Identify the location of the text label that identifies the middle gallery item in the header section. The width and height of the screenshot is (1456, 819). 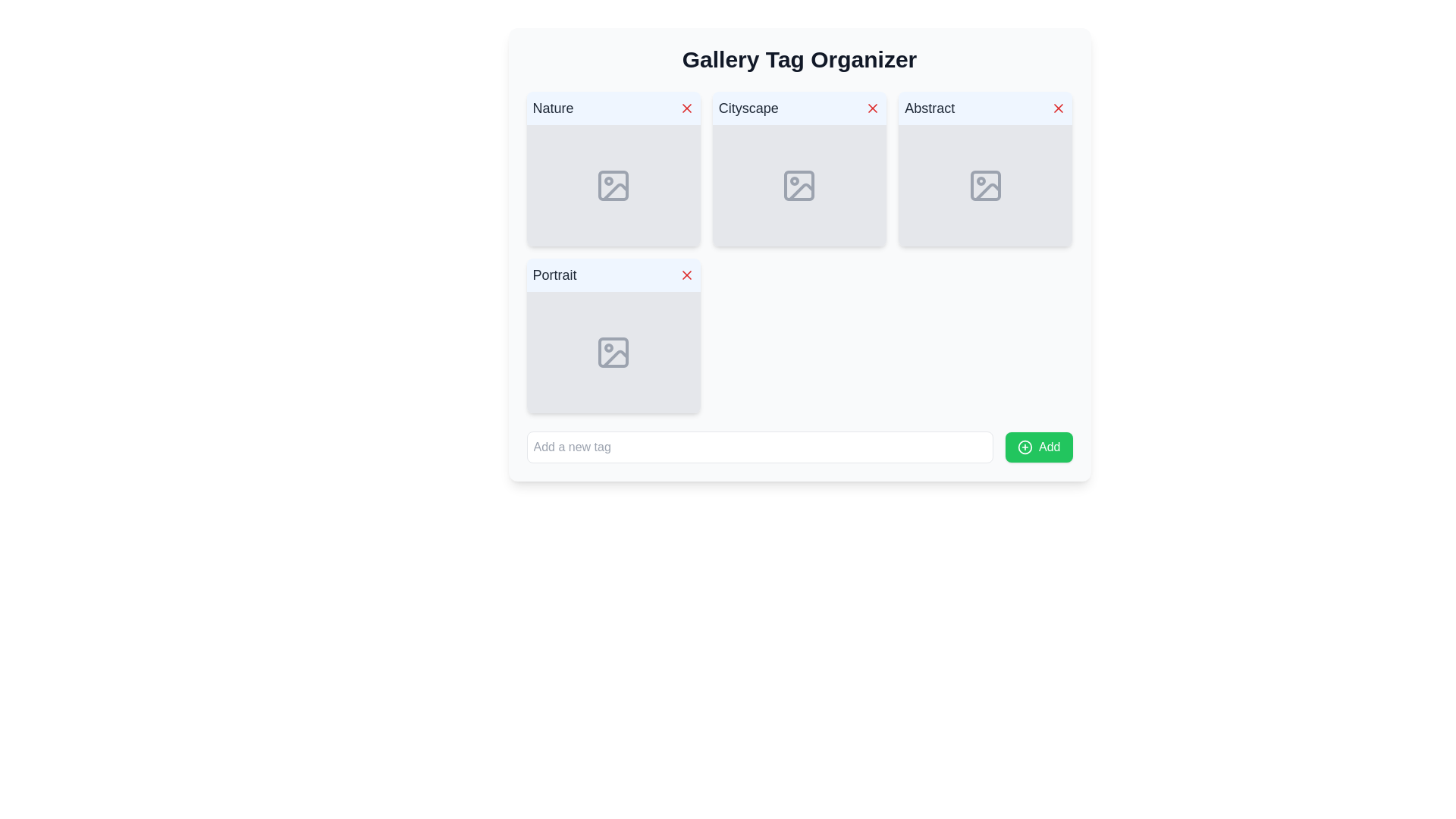
(748, 107).